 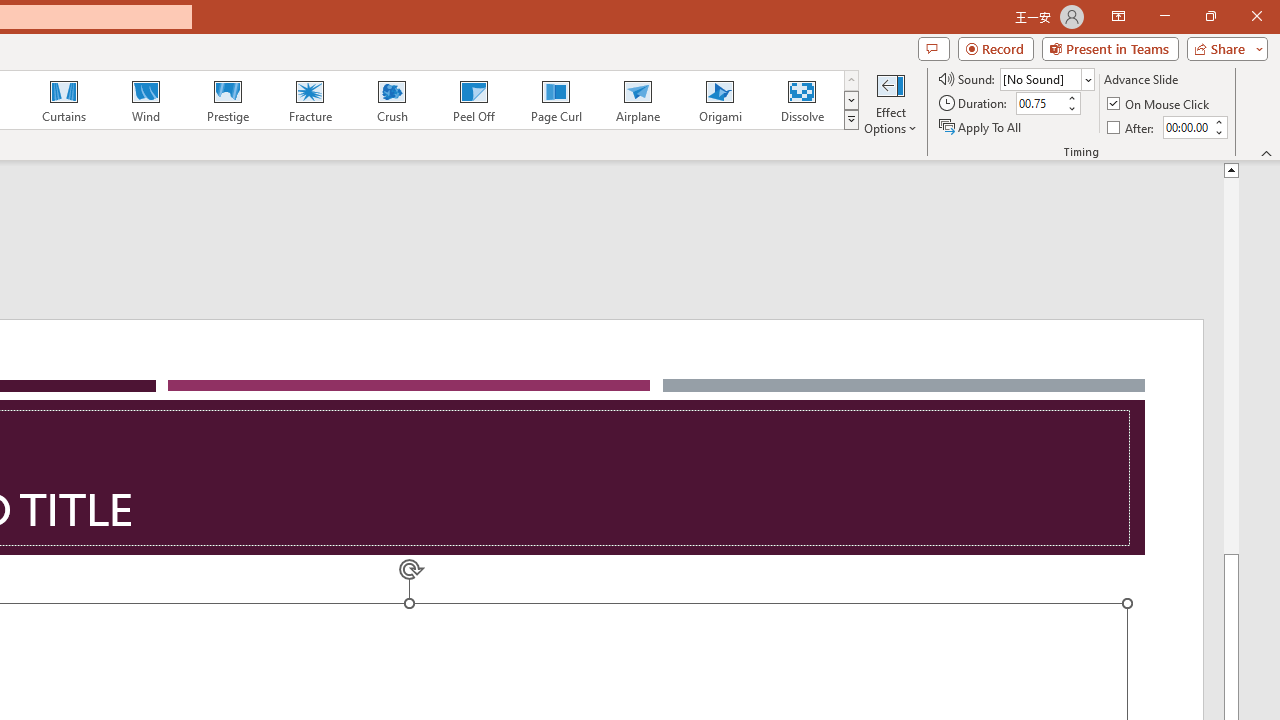 I want to click on 'Dissolve', so click(x=802, y=100).